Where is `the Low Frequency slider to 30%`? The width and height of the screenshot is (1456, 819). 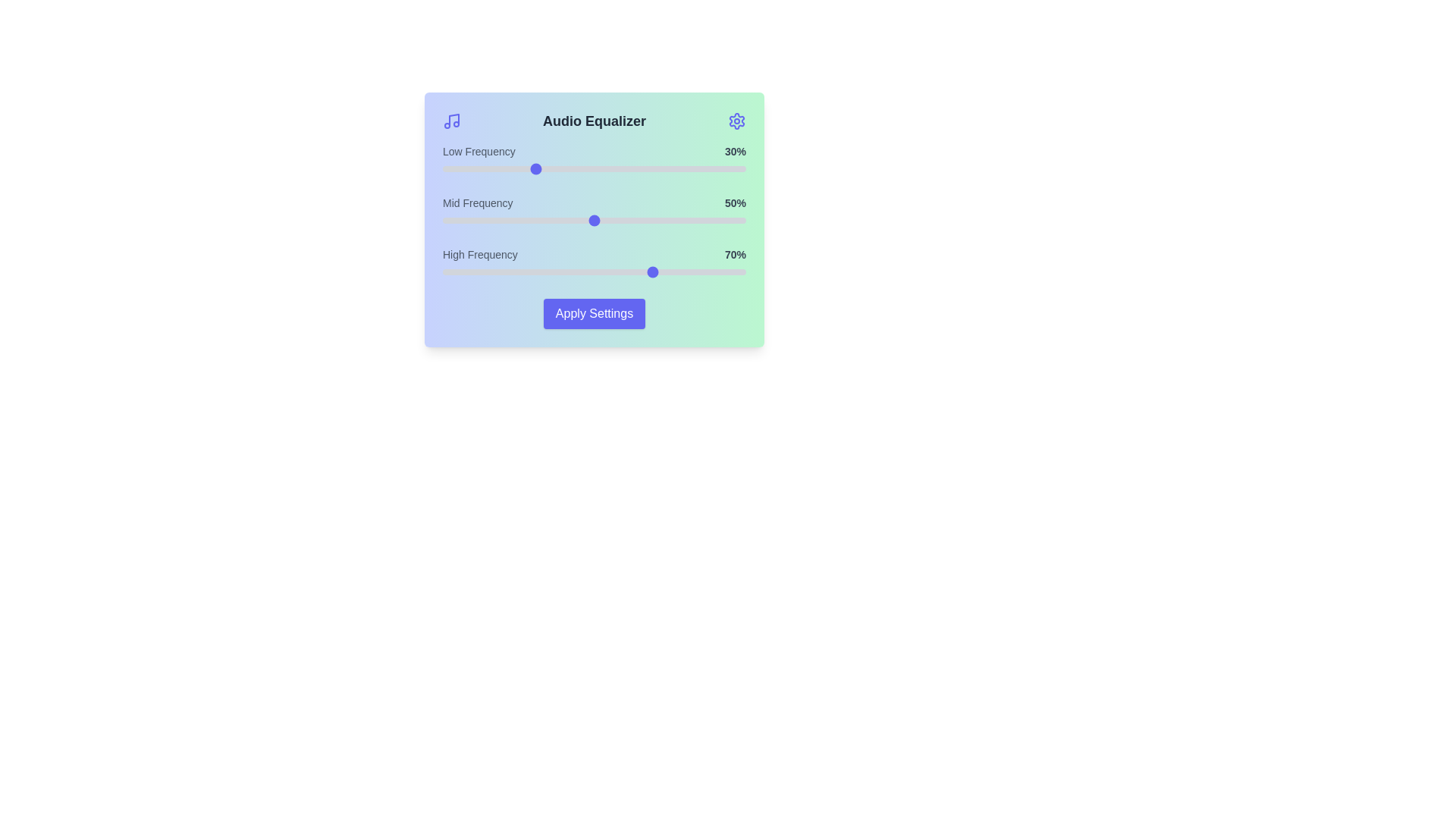
the Low Frequency slider to 30% is located at coordinates (534, 169).